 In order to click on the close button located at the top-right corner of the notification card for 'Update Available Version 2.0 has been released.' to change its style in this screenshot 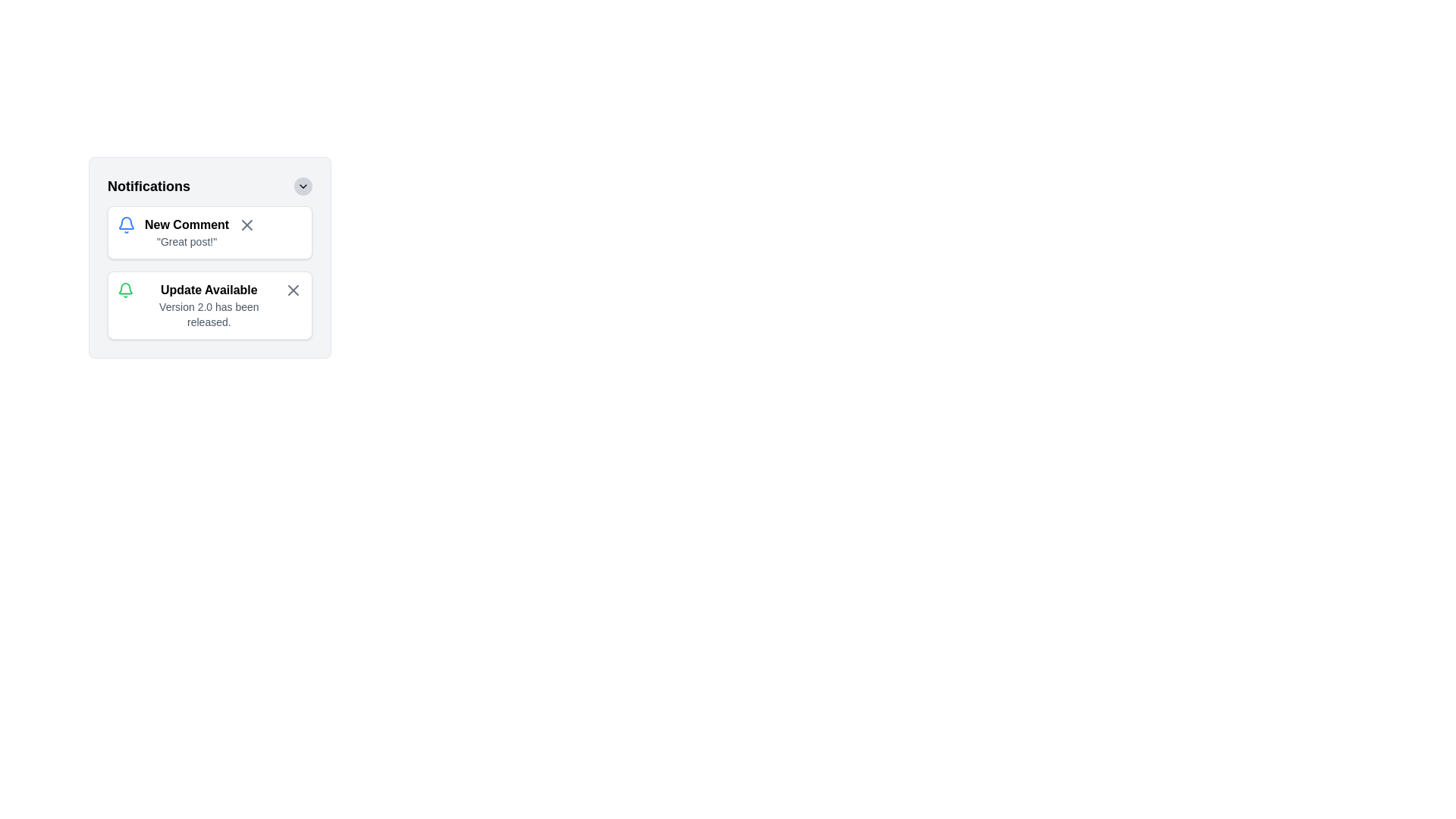, I will do `click(293, 290)`.